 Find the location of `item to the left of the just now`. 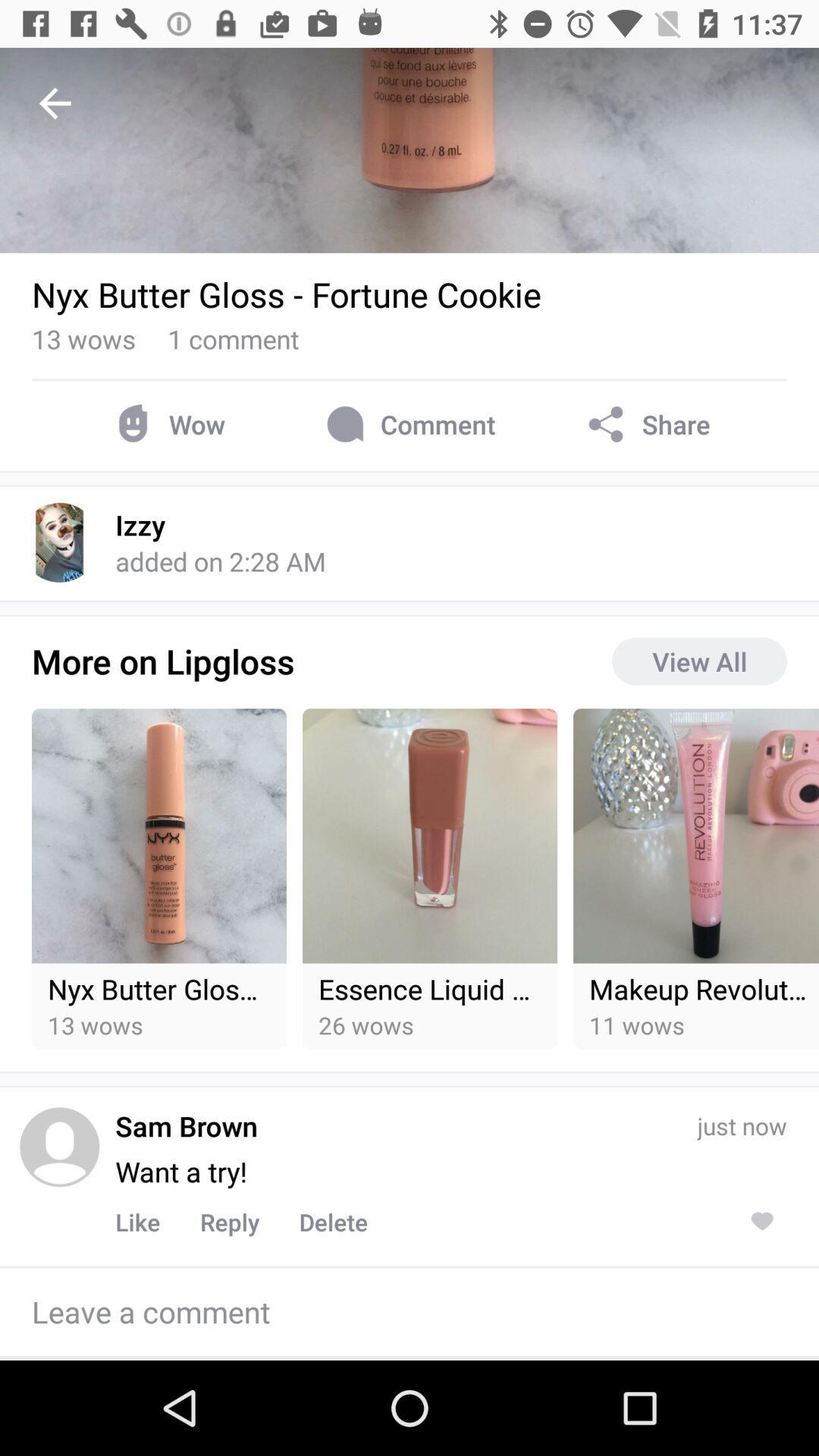

item to the left of the just now is located at coordinates (180, 1171).